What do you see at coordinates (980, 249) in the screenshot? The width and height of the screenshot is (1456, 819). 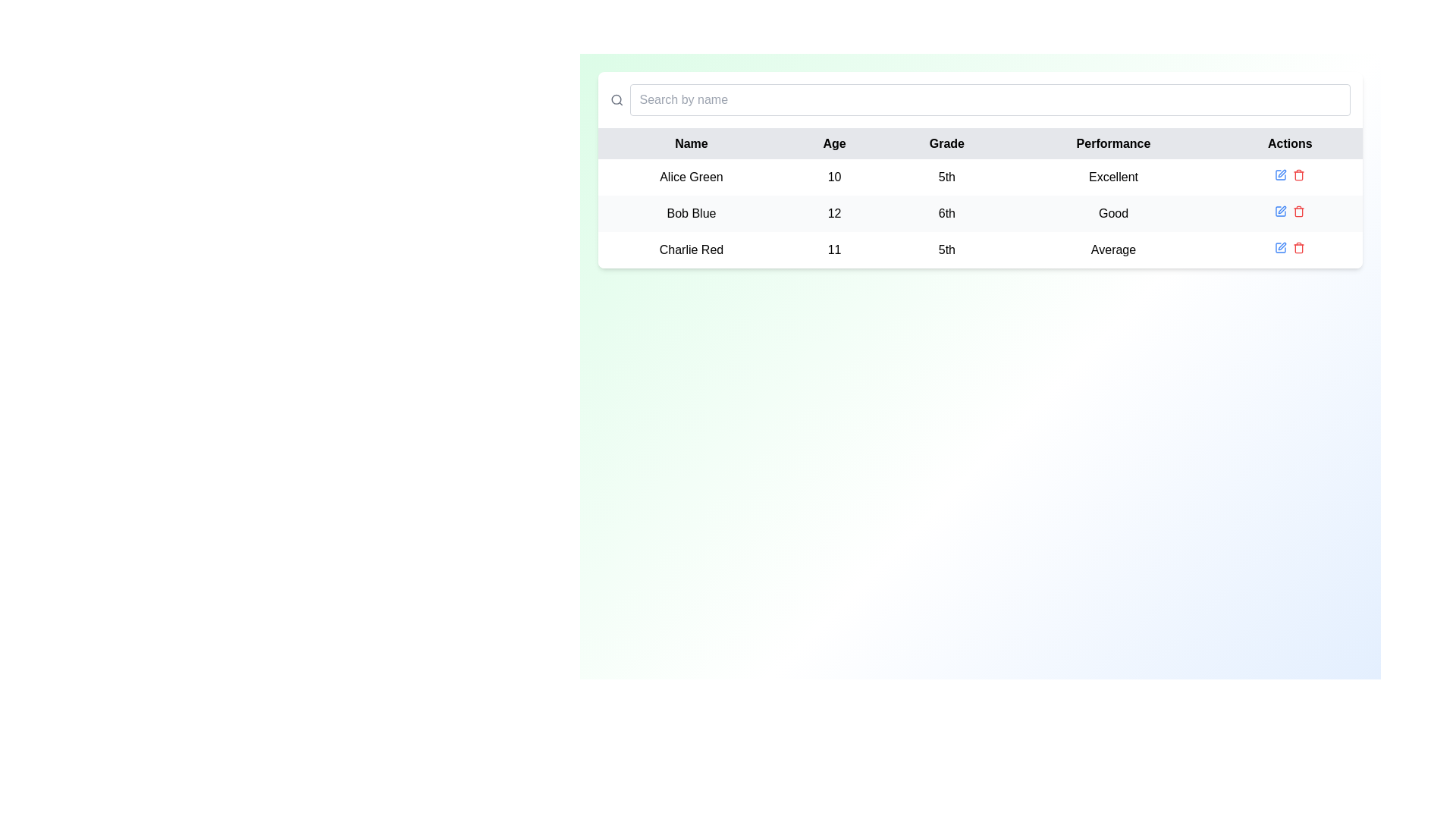 I see `the third row` at bounding box center [980, 249].